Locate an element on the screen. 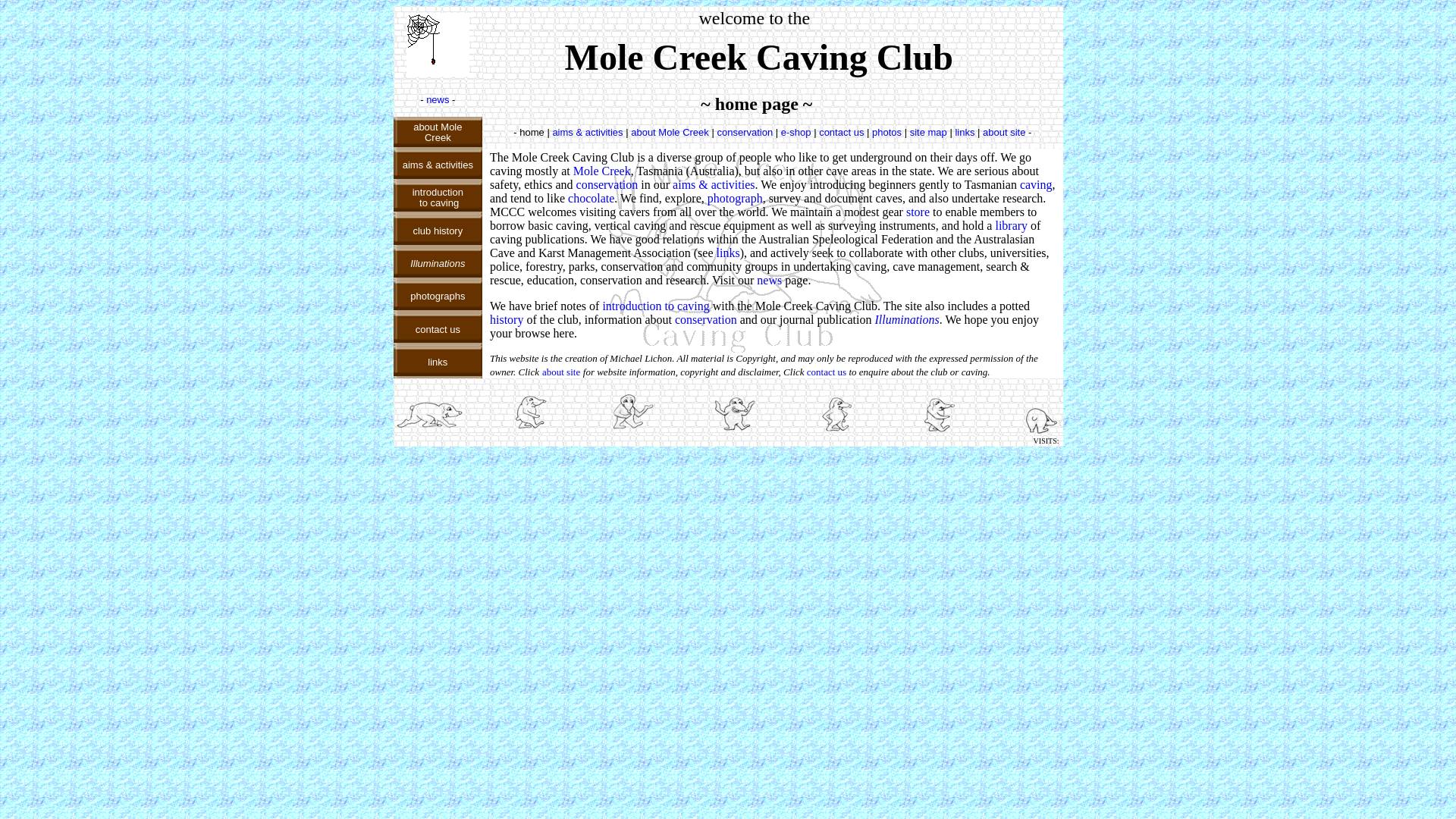 This screenshot has height=819, width=1456. 'site map' is located at coordinates (927, 130).